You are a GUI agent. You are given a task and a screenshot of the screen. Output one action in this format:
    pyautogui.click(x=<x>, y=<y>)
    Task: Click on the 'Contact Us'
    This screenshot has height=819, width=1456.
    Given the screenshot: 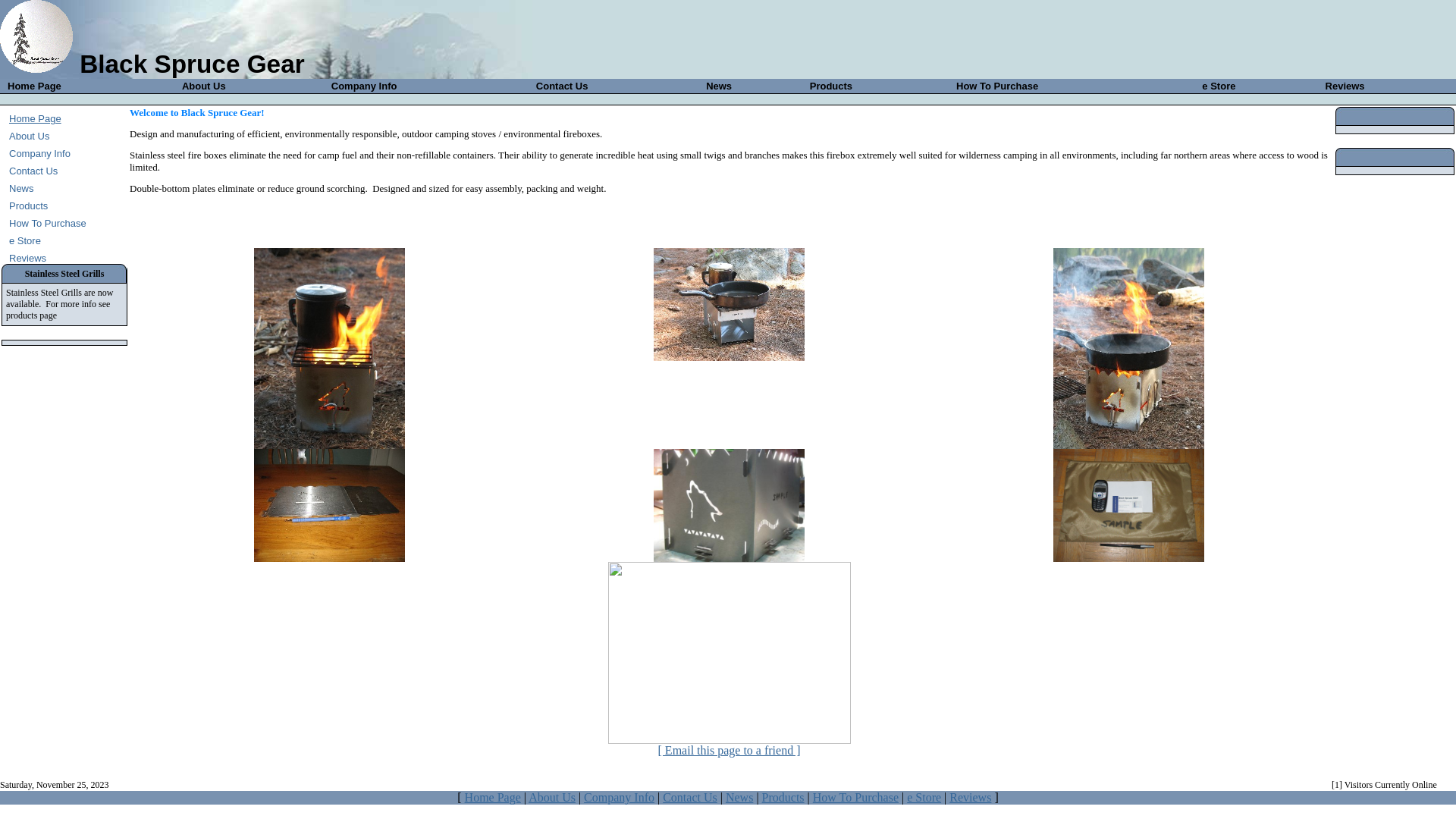 What is the action you would take?
    pyautogui.click(x=662, y=796)
    